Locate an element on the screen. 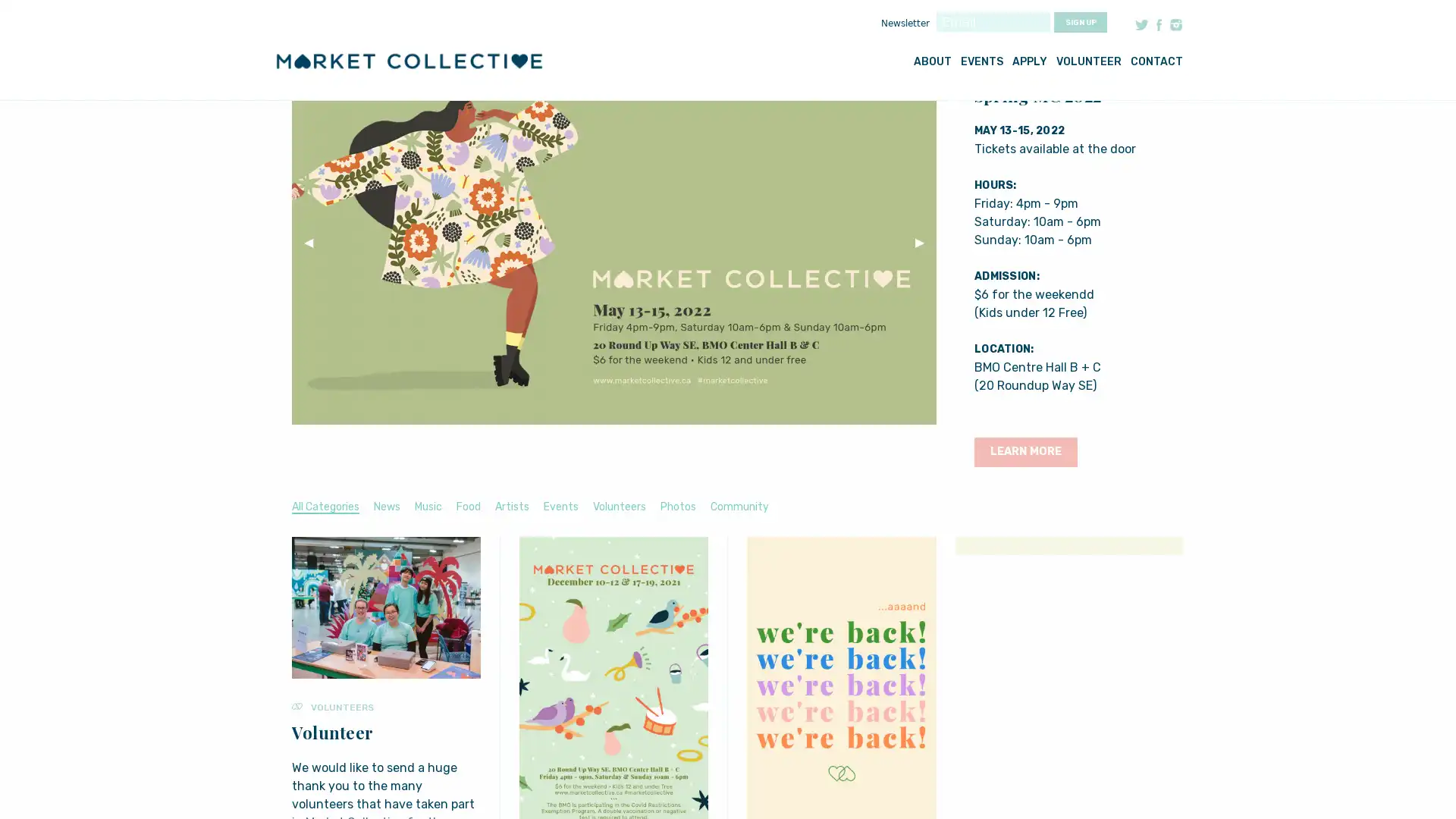 This screenshot has height=819, width=1456. Sign up is located at coordinates (1080, 22).